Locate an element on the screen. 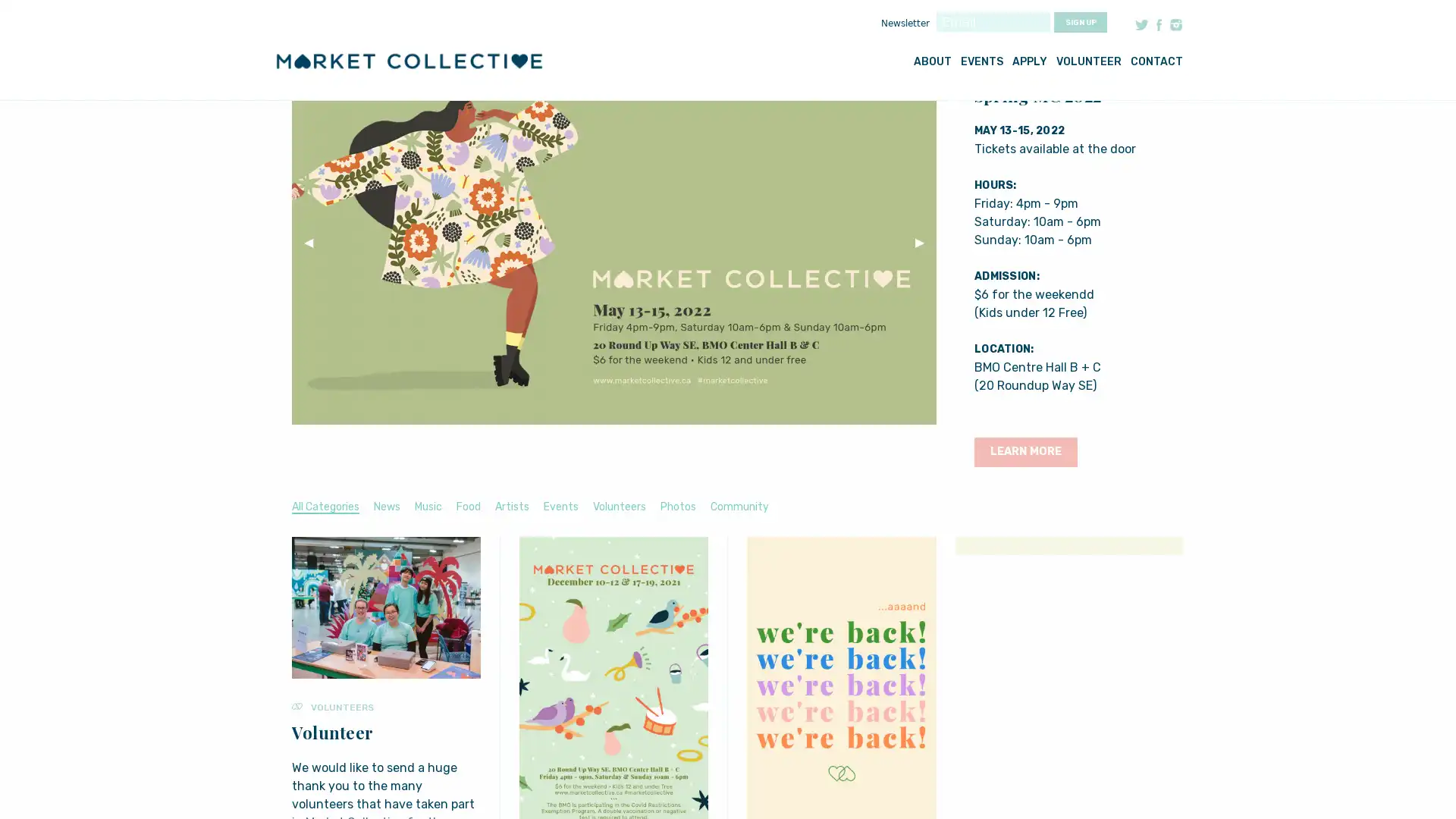 This screenshot has height=819, width=1456. Sign up is located at coordinates (1080, 22).